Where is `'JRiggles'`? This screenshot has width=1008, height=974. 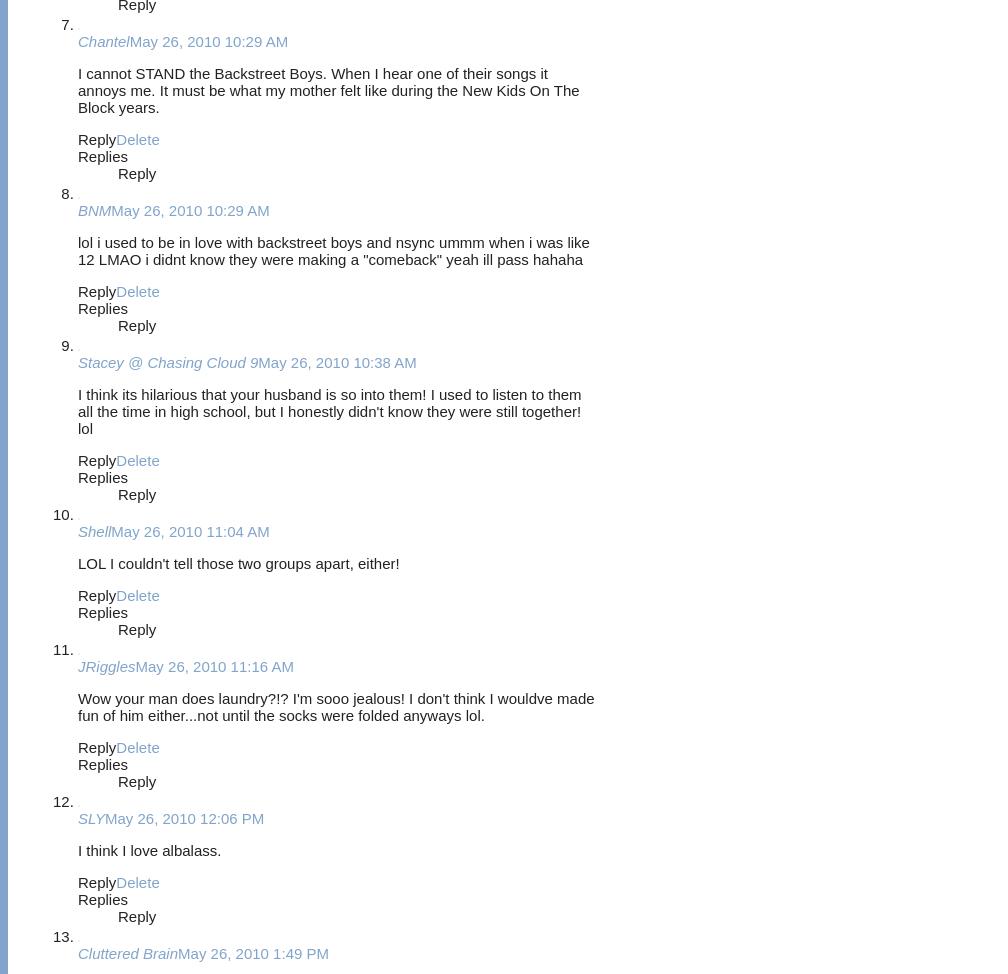 'JRiggles' is located at coordinates (106, 665).